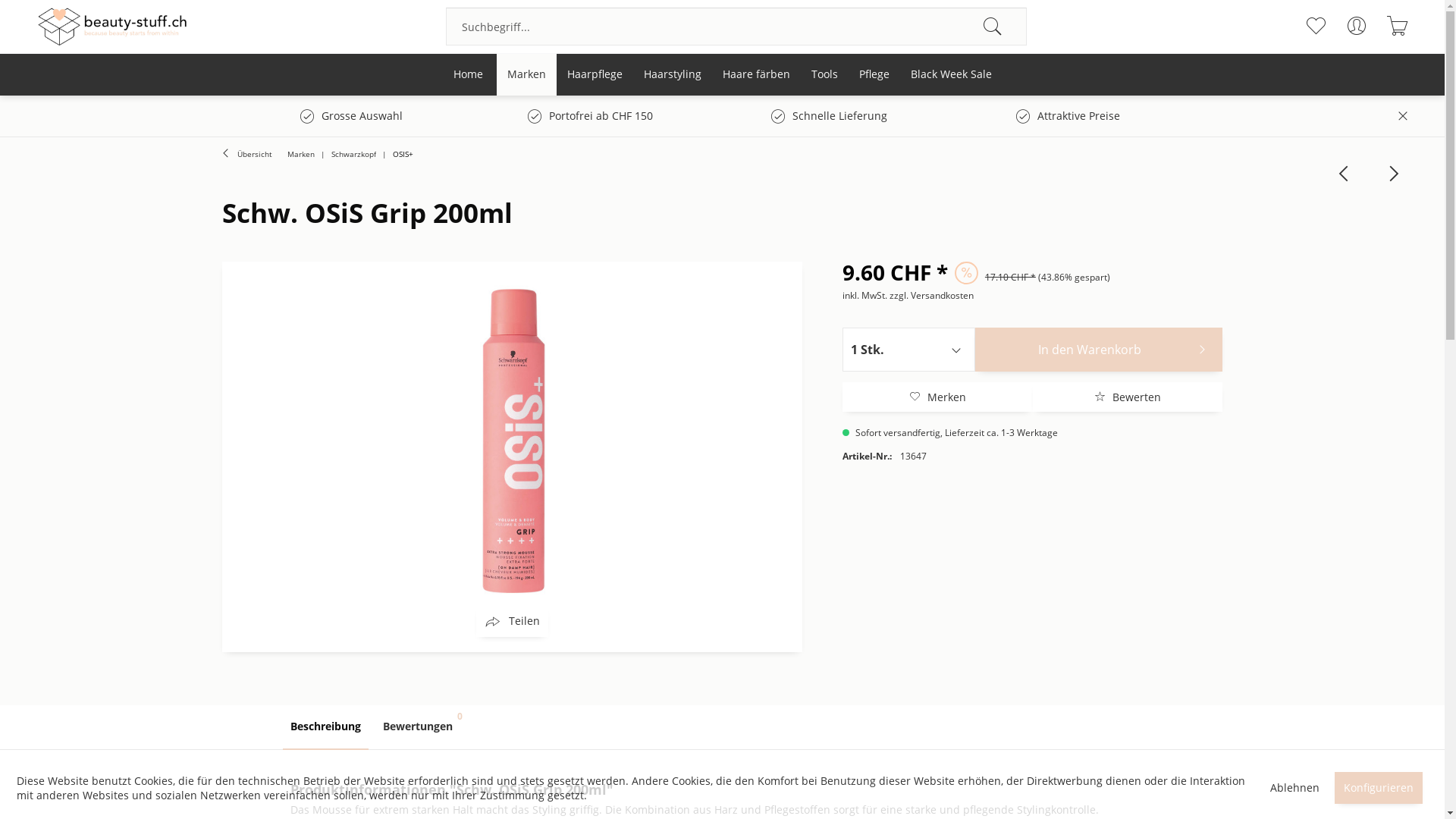 This screenshot has width=1456, height=819. Describe the element at coordinates (324, 727) in the screenshot. I see `'Beschreibung'` at that location.